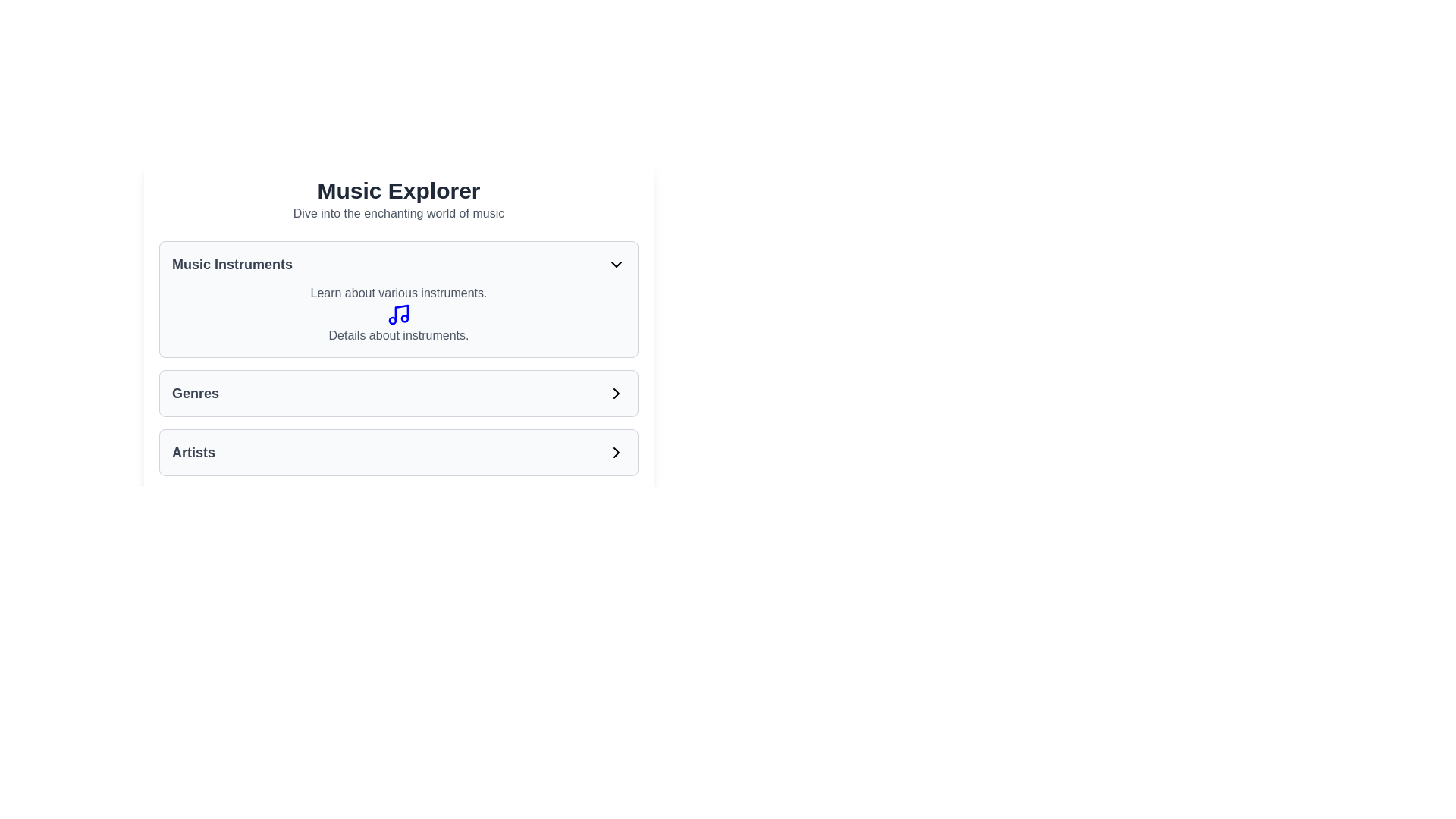 This screenshot has height=819, width=1456. Describe the element at coordinates (399, 190) in the screenshot. I see `main heading at the top-center of the interface to understand the page's purpose` at that location.